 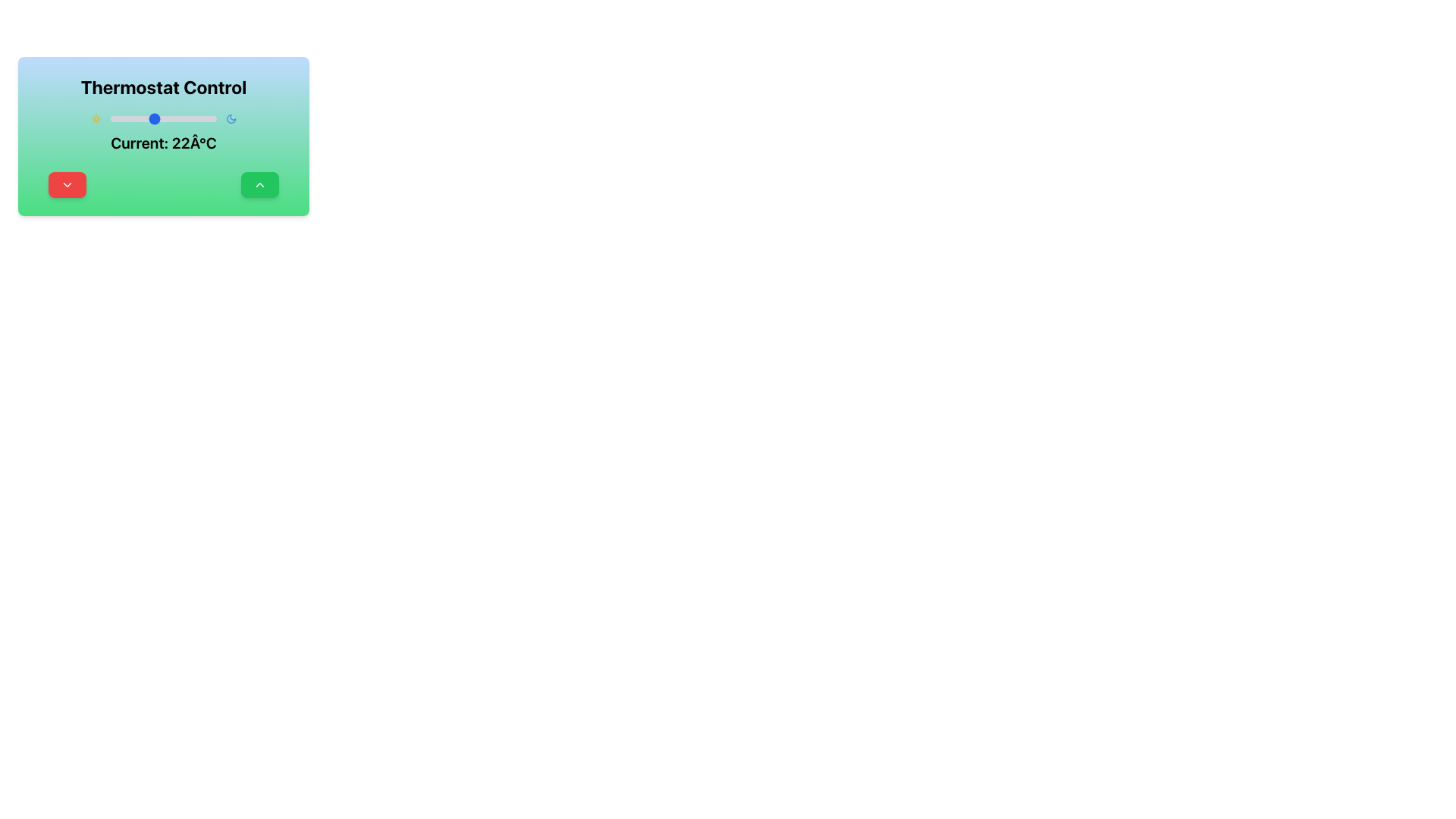 What do you see at coordinates (259, 184) in the screenshot?
I see `the small triangular arrow icon with a green background located in the bottom-right corner of the thermostat control panel to trigger a tooltip or visual effect` at bounding box center [259, 184].